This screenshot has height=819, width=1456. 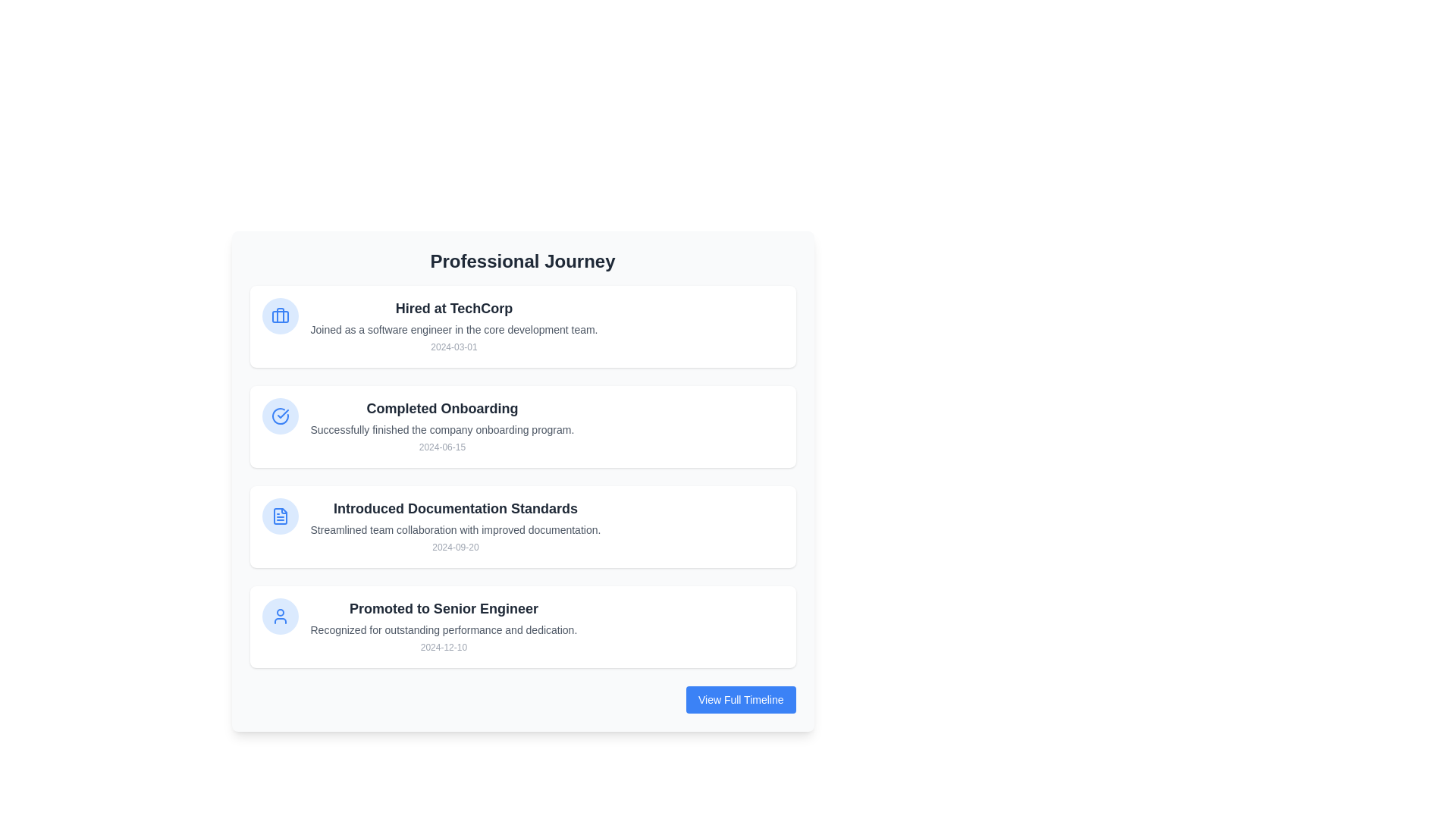 I want to click on the text label that reads 'Hired at TechCorp', which is styled as a prominent heading in a card-like component under the 'Professional Journey' section, so click(x=453, y=308).